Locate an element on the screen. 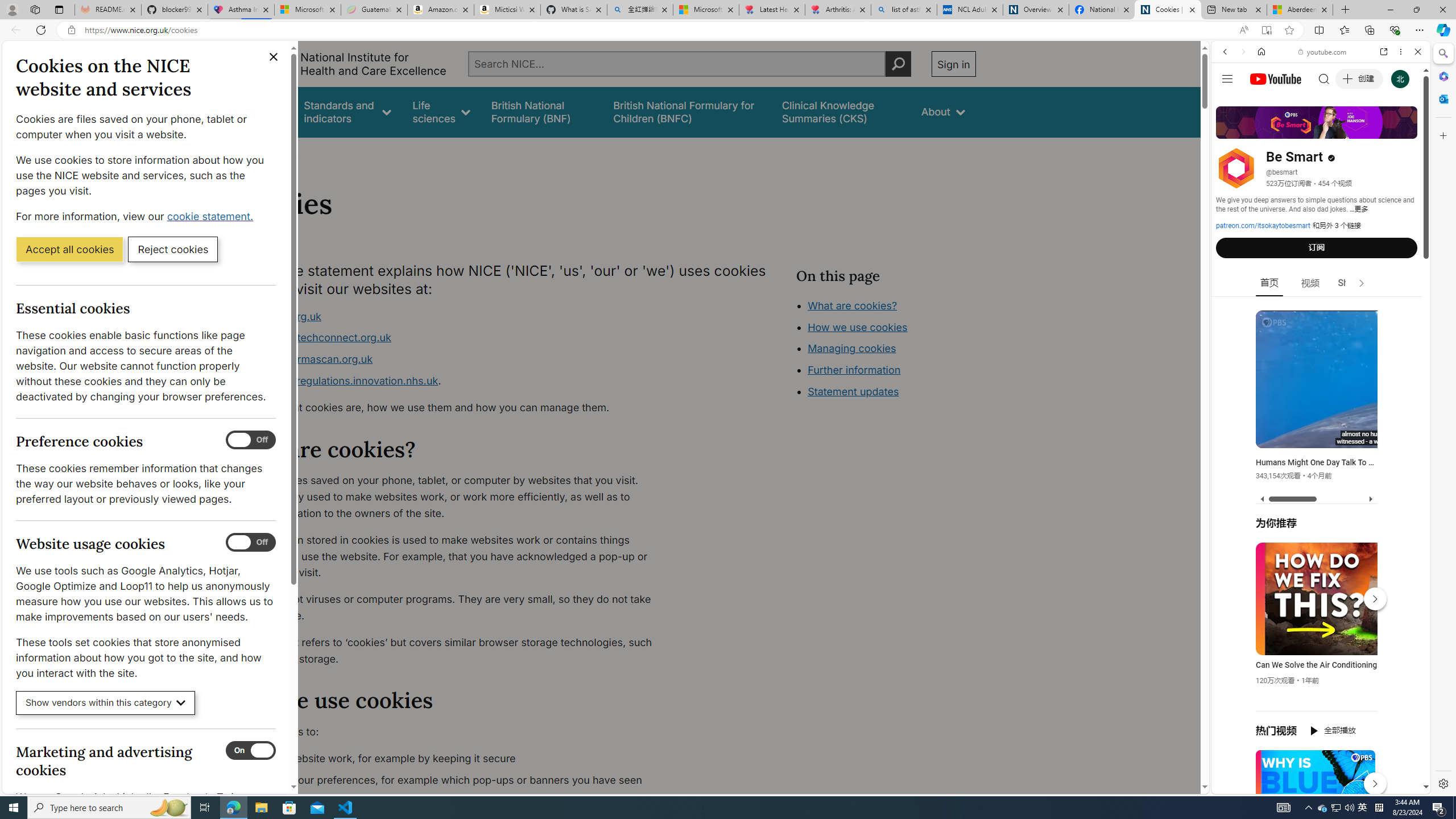 This screenshot has width=1456, height=819. '#you' is located at coordinates (1319, 253).